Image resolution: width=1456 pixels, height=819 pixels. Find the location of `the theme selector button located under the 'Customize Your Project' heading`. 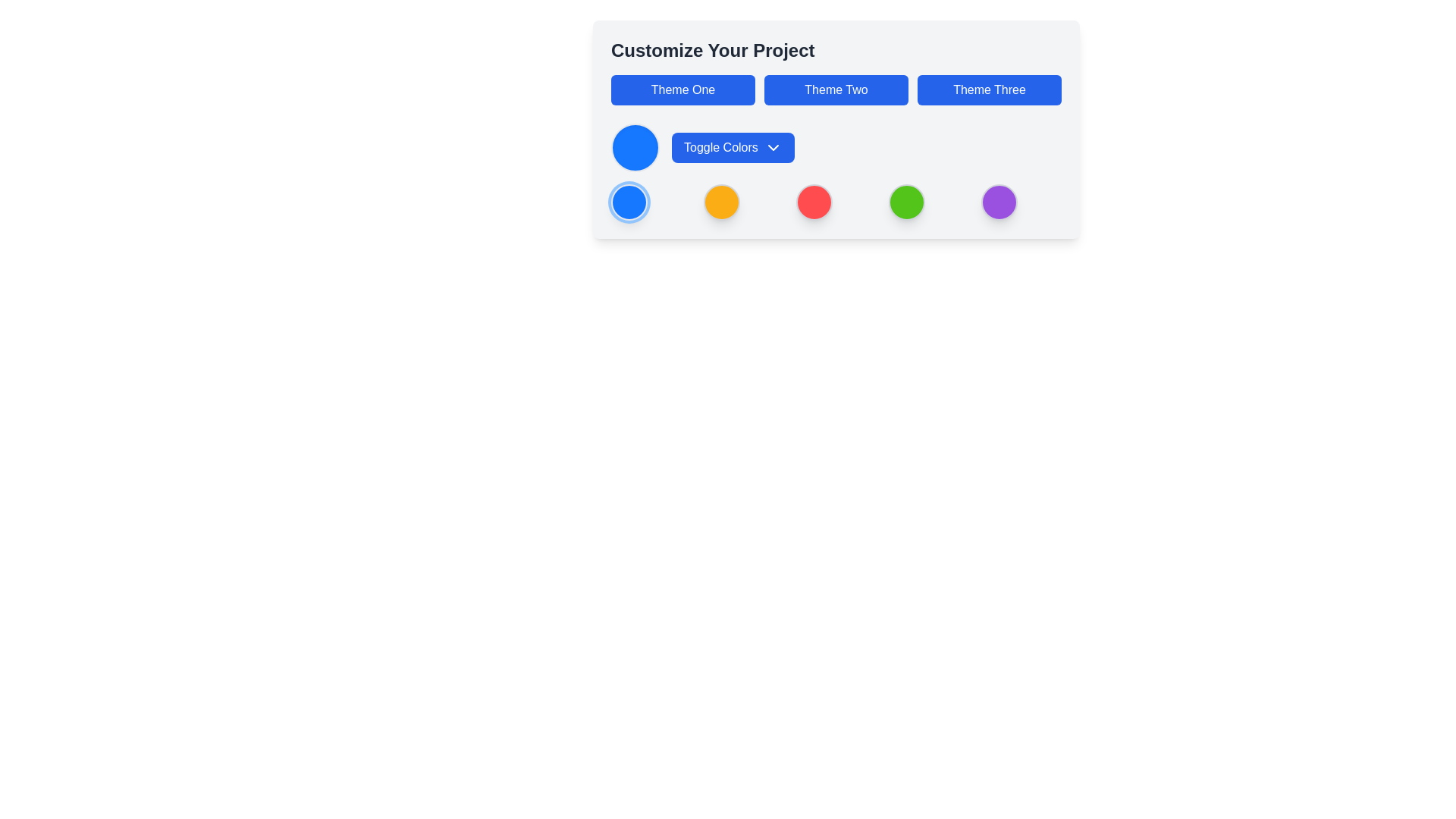

the theme selector button located under the 'Customize Your Project' heading is located at coordinates (836, 90).